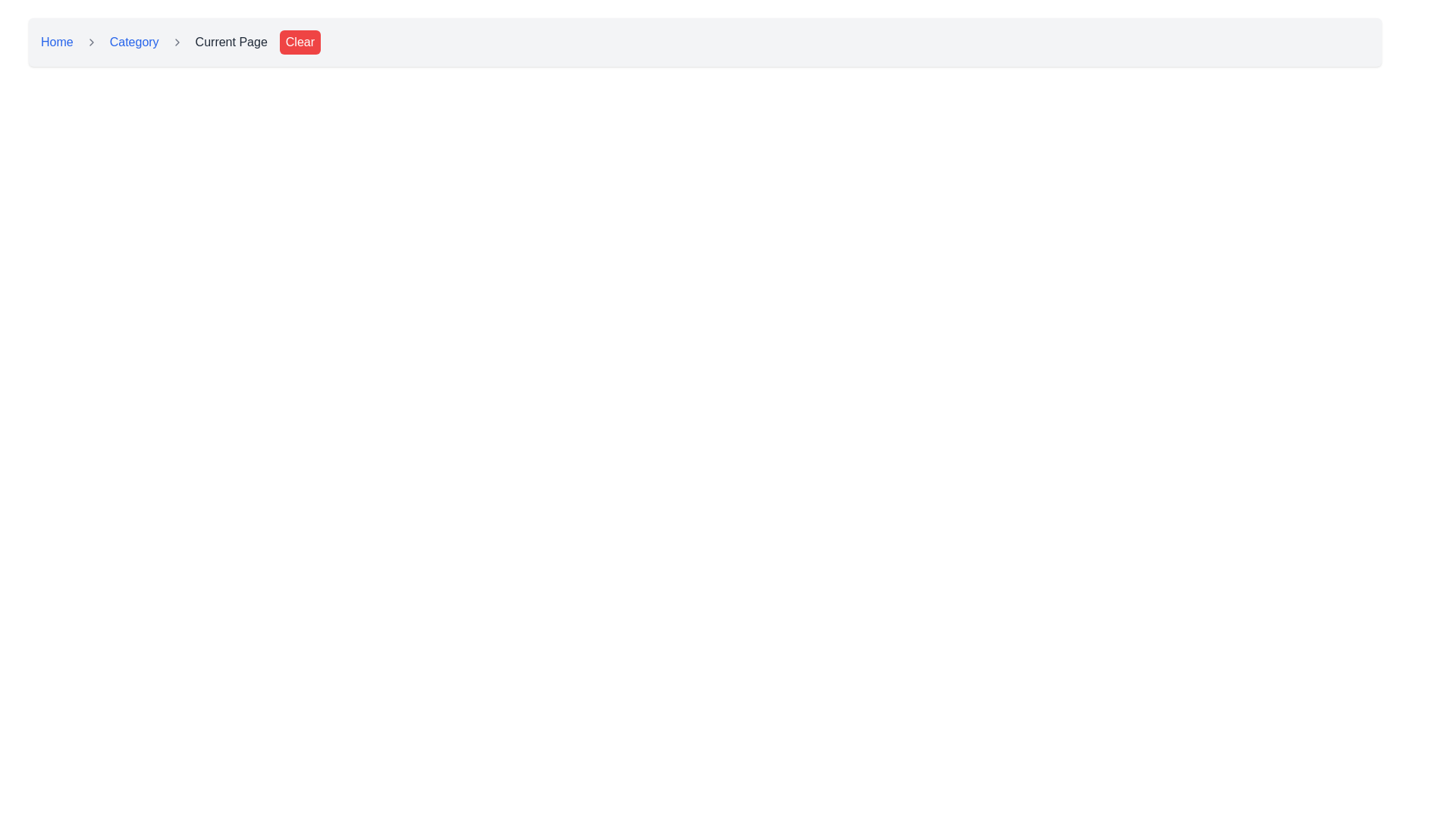 Image resolution: width=1456 pixels, height=819 pixels. I want to click on the blue and underlined hyperlink labeled 'Category' in the breadcrumb navigation bar, so click(134, 42).